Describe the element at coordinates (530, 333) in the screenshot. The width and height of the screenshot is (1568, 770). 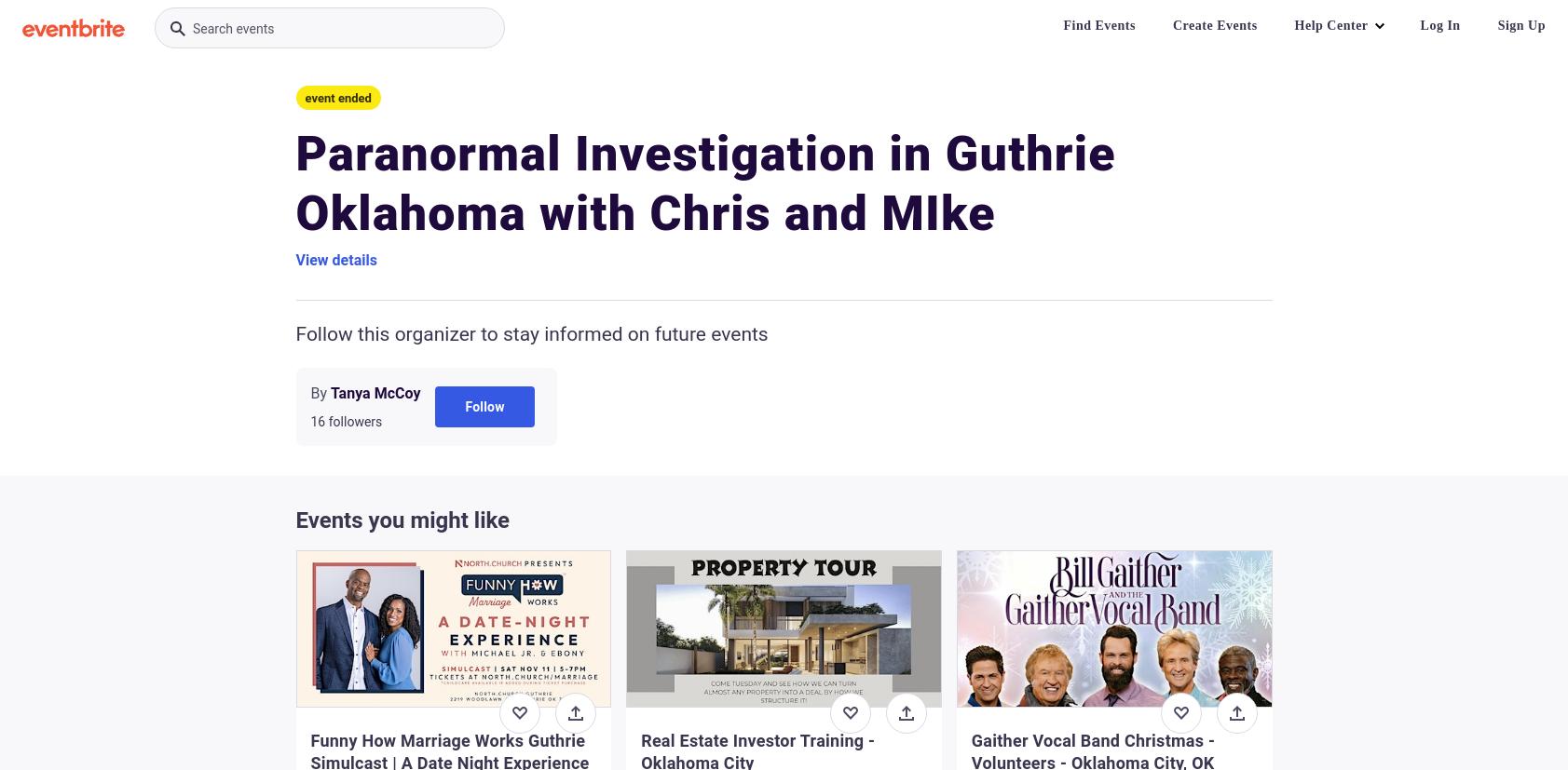
I see `'Follow this organizer to stay informed on future events'` at that location.